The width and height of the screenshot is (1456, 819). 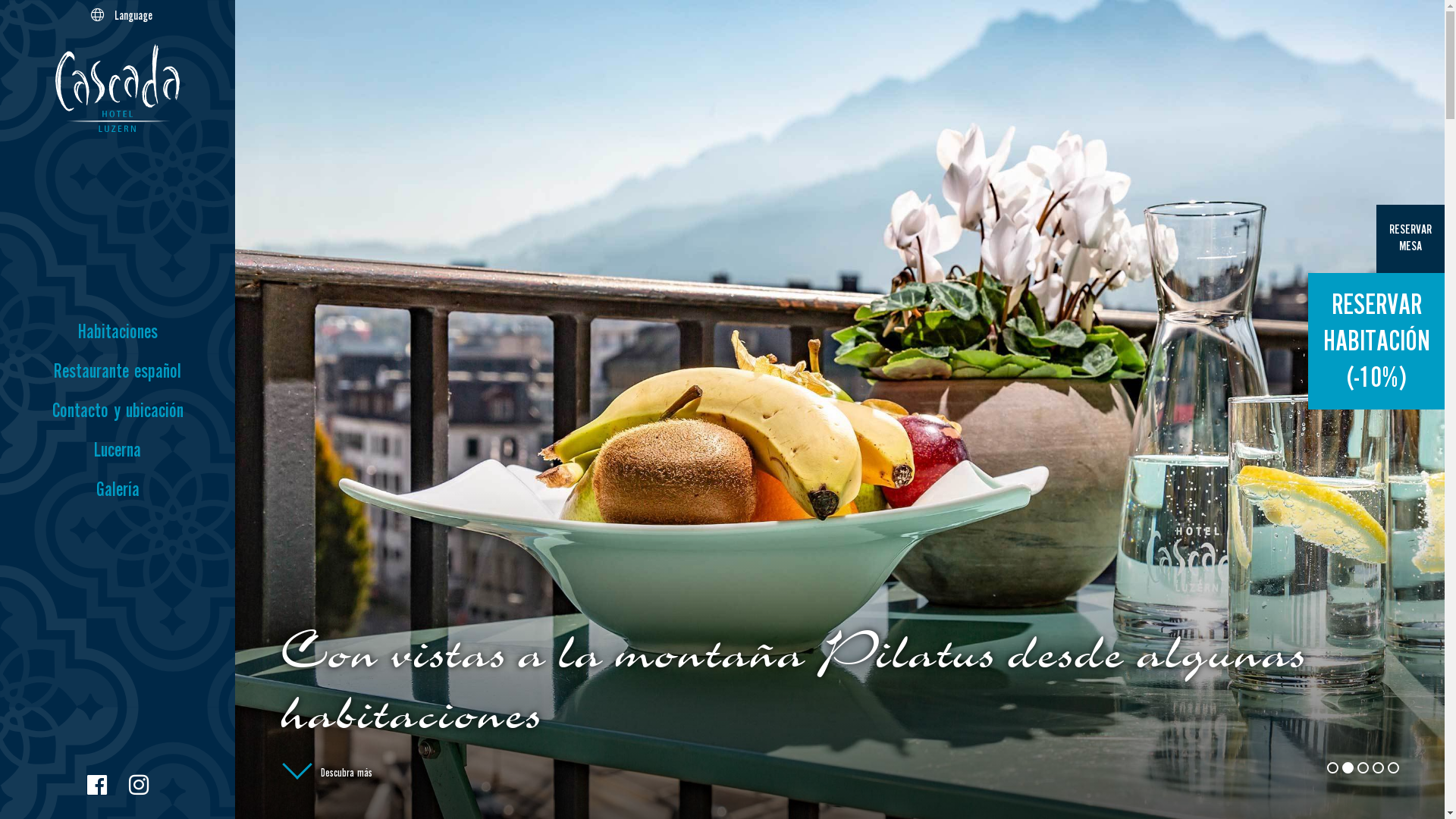 I want to click on 'Habitaciones', so click(x=116, y=331).